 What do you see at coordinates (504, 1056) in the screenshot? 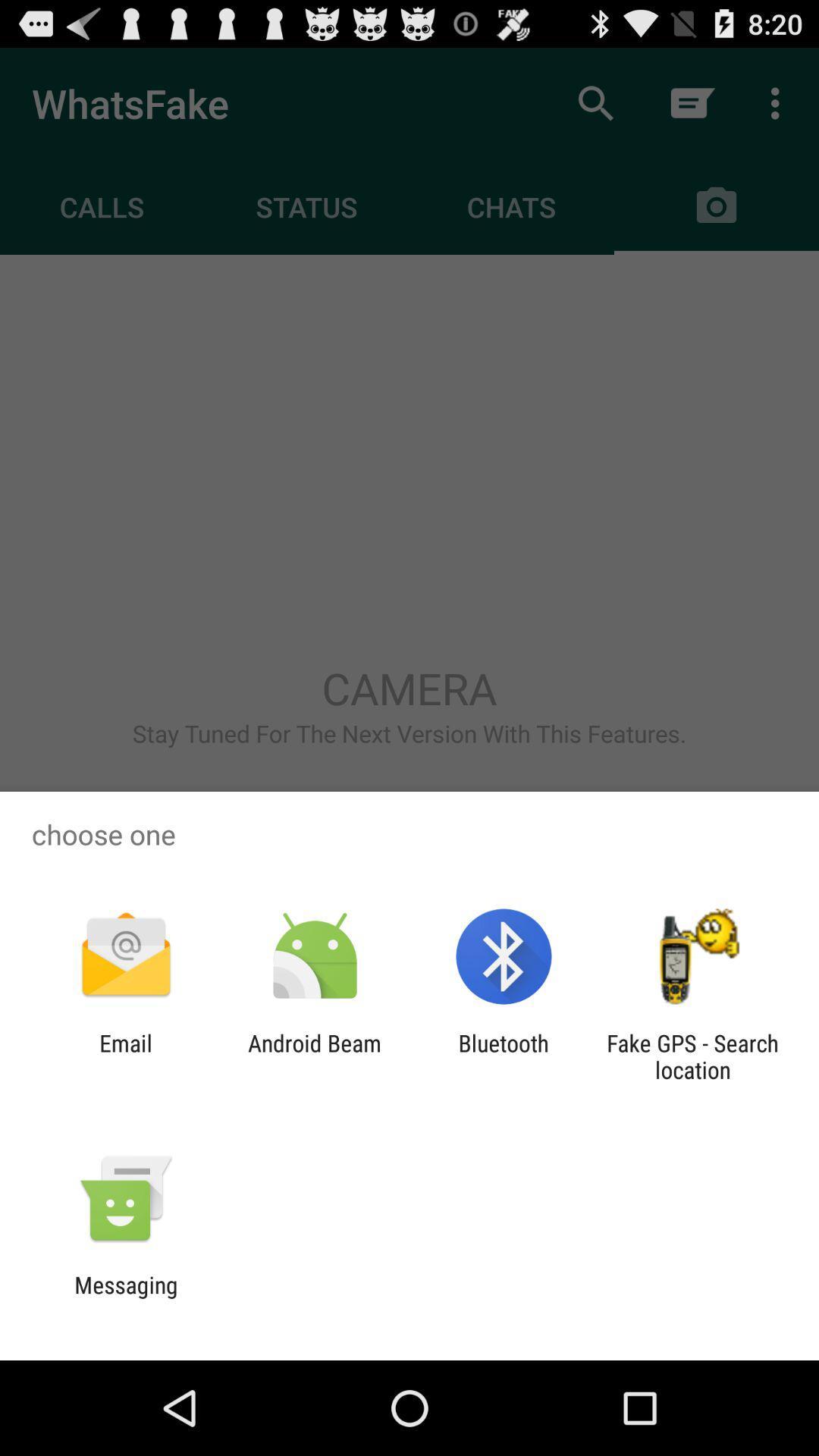
I see `the bluetooth item` at bounding box center [504, 1056].